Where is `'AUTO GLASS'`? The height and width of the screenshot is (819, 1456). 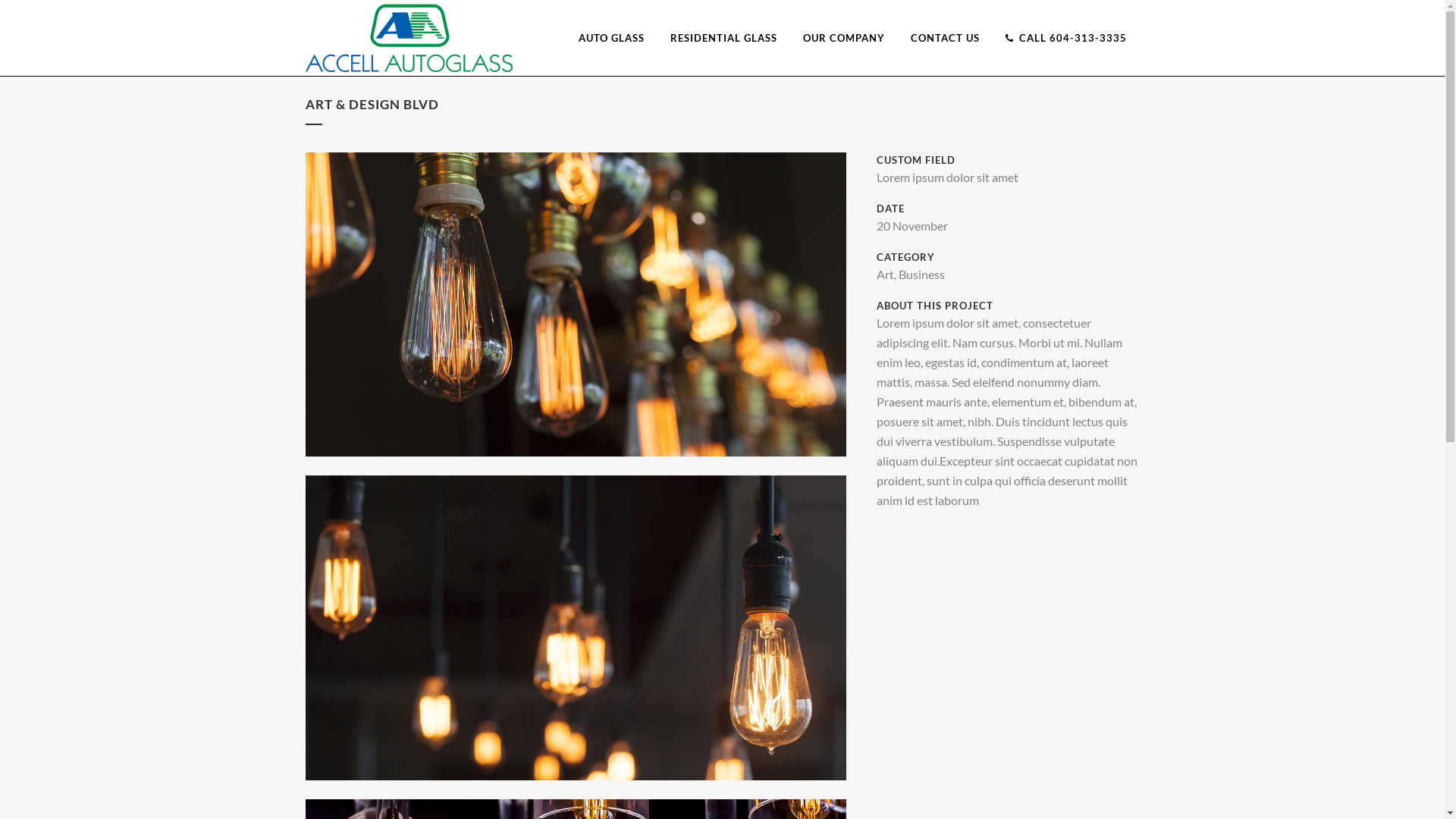
'AUTO GLASS' is located at coordinates (611, 37).